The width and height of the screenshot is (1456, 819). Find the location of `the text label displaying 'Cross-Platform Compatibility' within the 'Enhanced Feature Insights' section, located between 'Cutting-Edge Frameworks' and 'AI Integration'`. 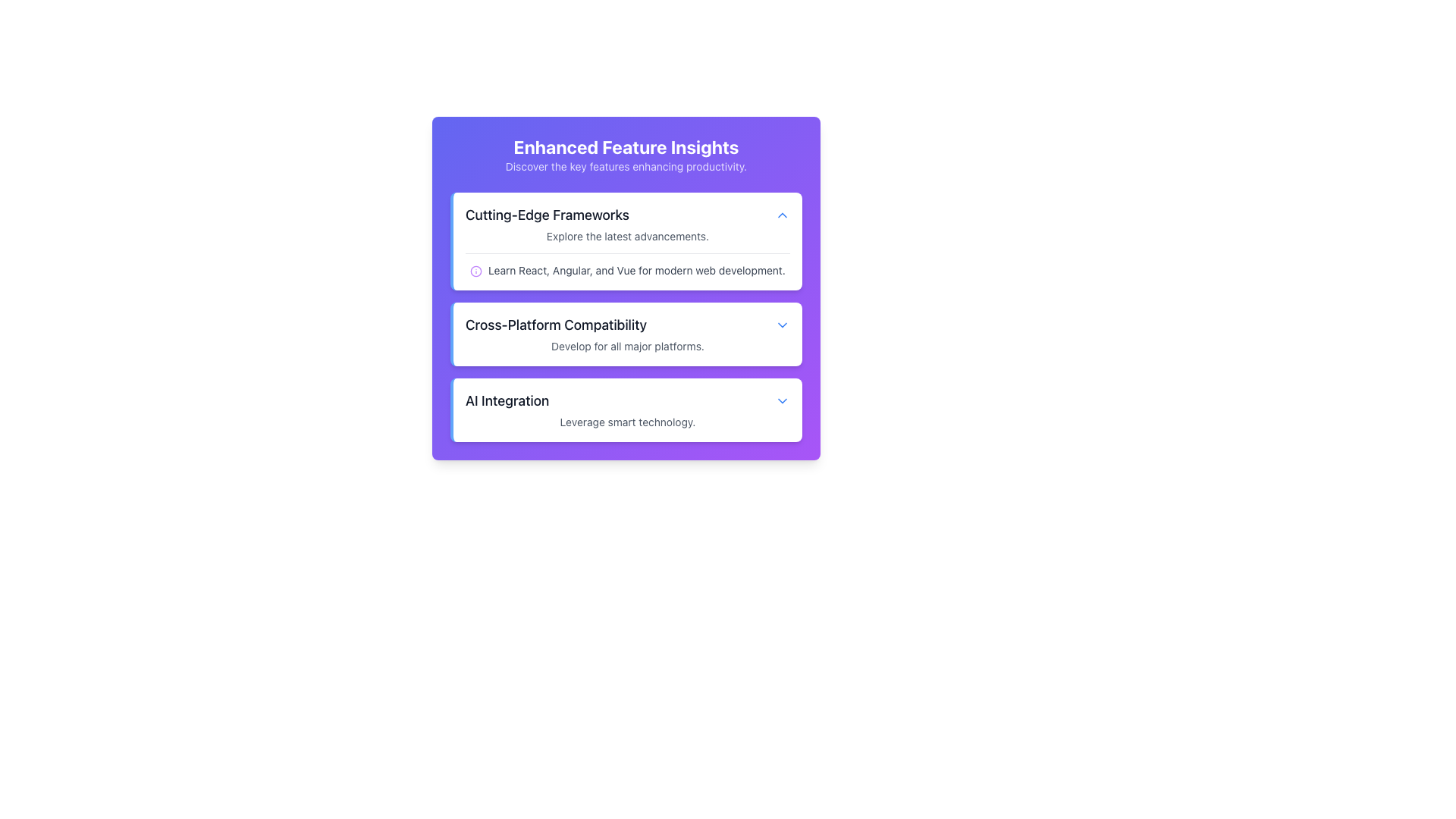

the text label displaying 'Cross-Platform Compatibility' within the 'Enhanced Feature Insights' section, located between 'Cutting-Edge Frameworks' and 'AI Integration' is located at coordinates (555, 324).